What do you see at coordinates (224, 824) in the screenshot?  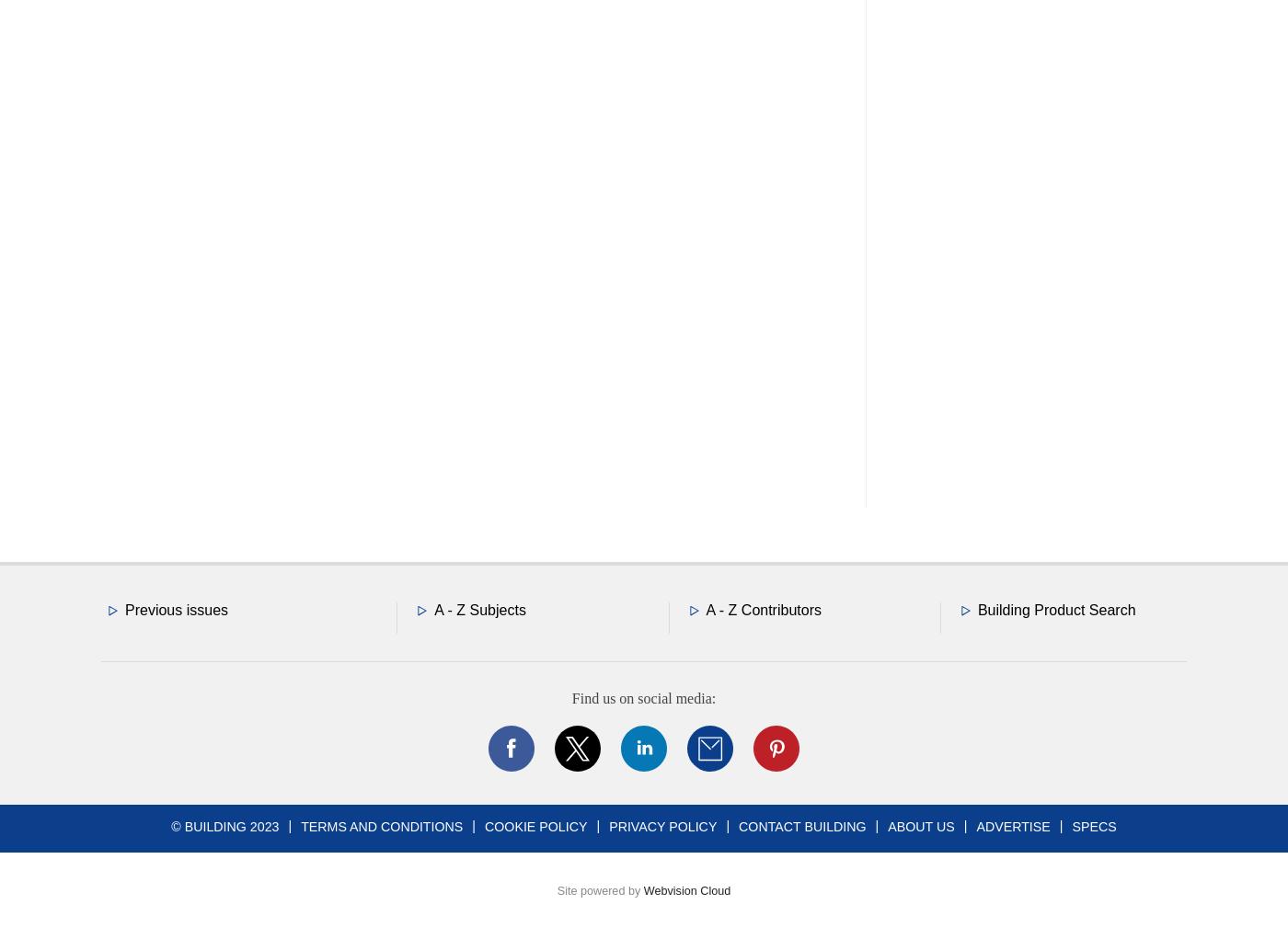 I see `'© Building 2023'` at bounding box center [224, 824].